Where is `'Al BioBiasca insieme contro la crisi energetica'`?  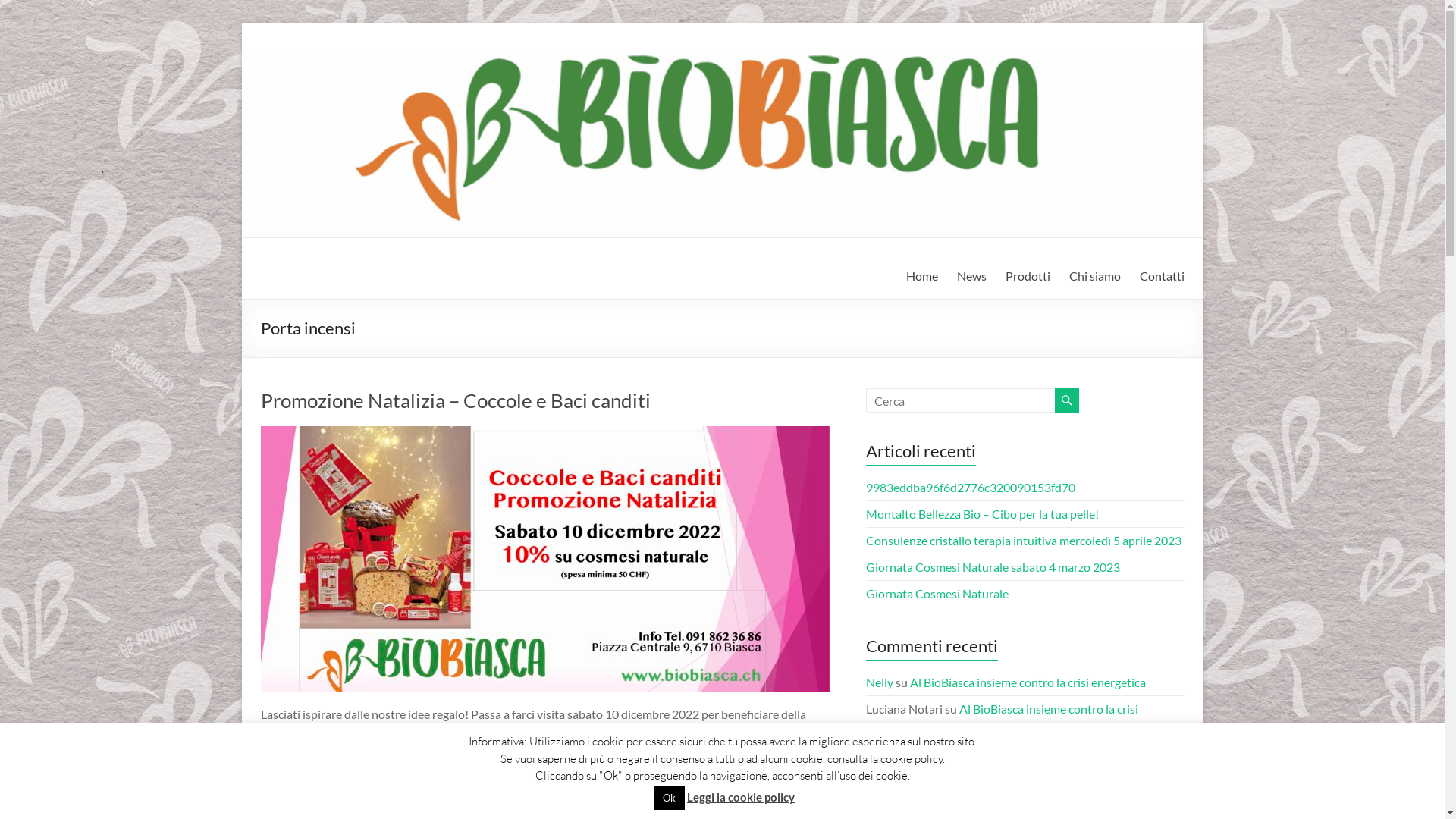
'Al BioBiasca insieme contro la crisi energetica' is located at coordinates (1028, 681).